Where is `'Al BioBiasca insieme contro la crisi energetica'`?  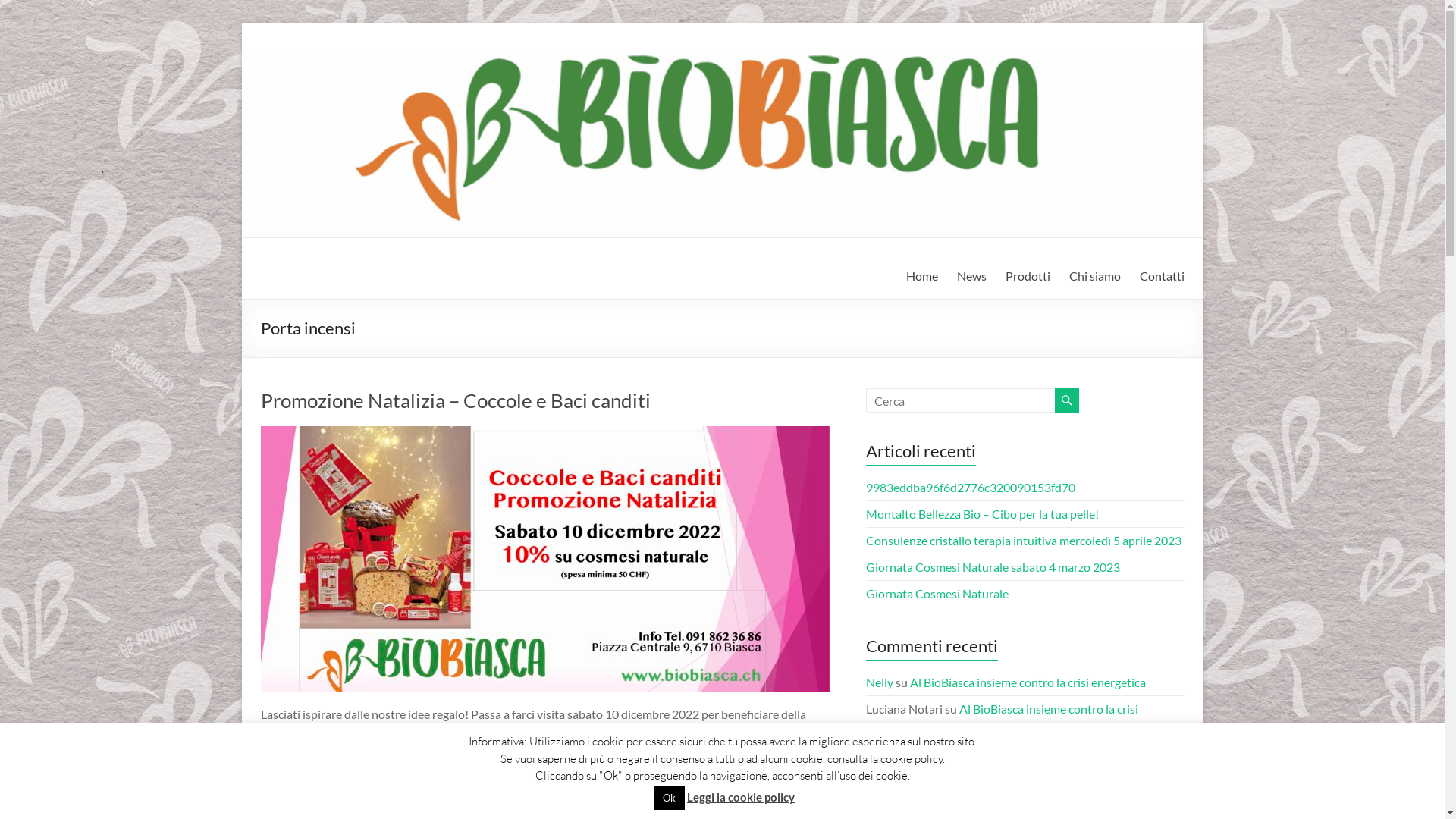
'Al BioBiasca insieme contro la crisi energetica' is located at coordinates (1028, 681).